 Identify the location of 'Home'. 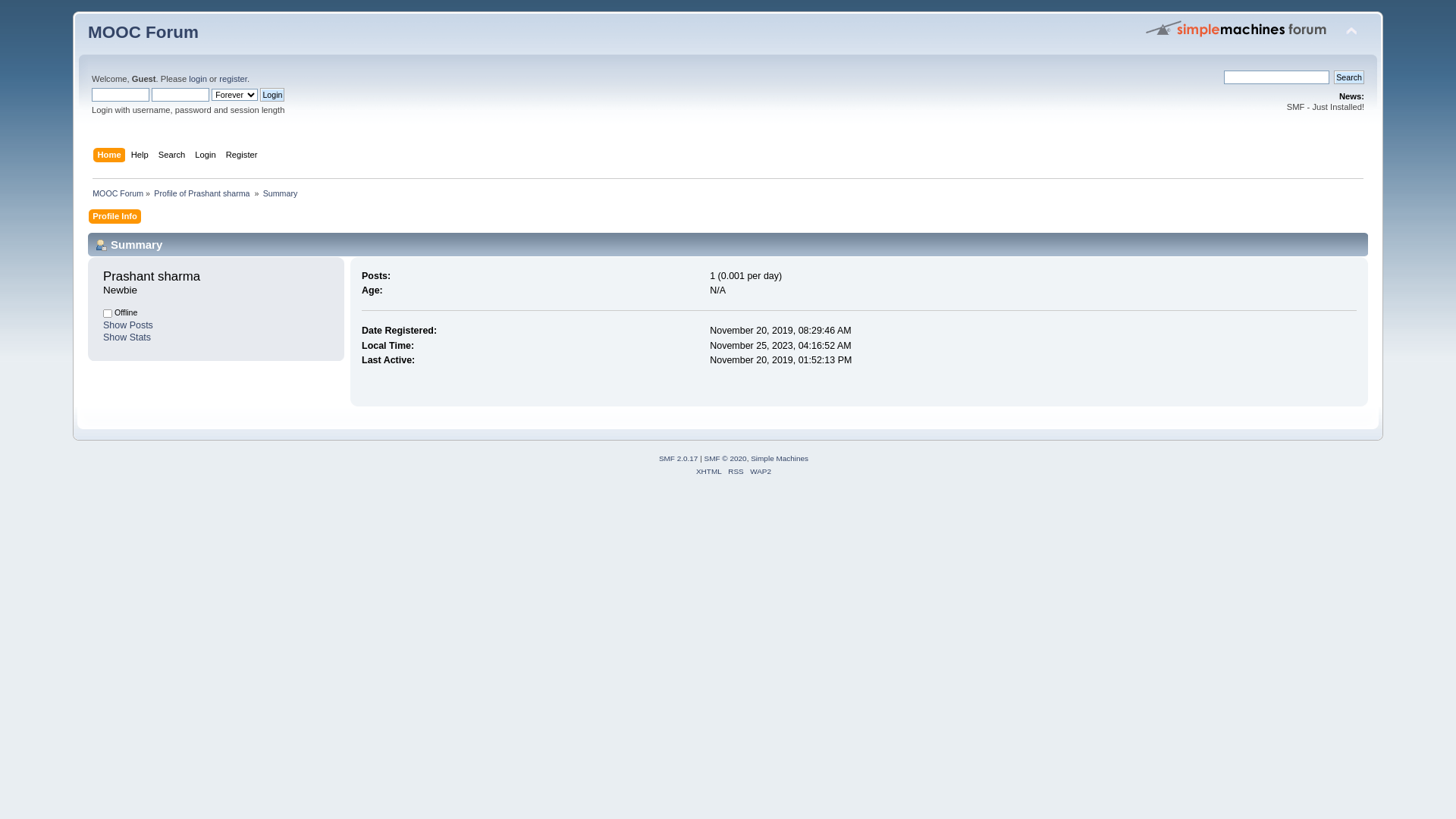
(109, 155).